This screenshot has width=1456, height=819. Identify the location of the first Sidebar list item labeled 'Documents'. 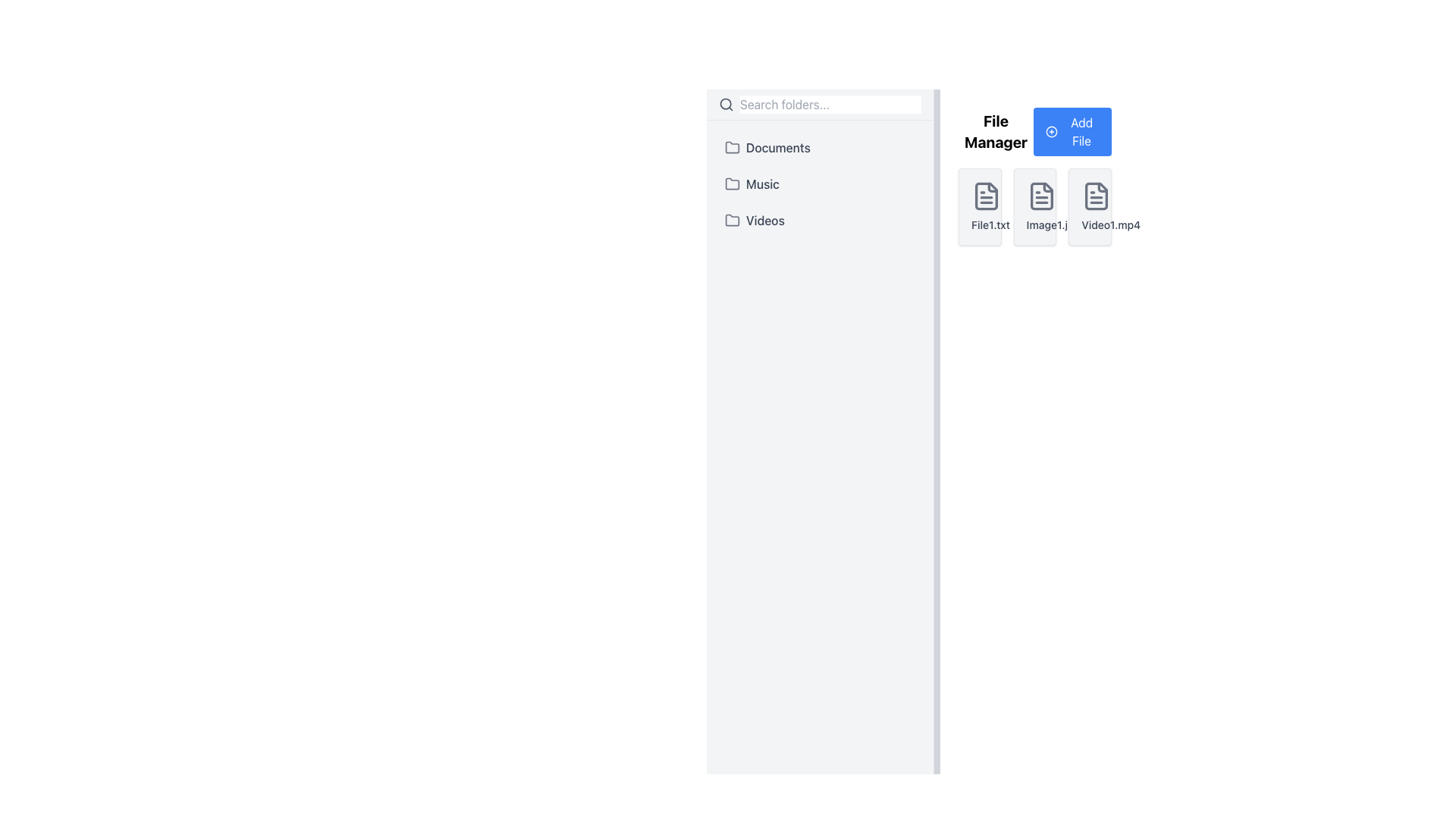
(819, 148).